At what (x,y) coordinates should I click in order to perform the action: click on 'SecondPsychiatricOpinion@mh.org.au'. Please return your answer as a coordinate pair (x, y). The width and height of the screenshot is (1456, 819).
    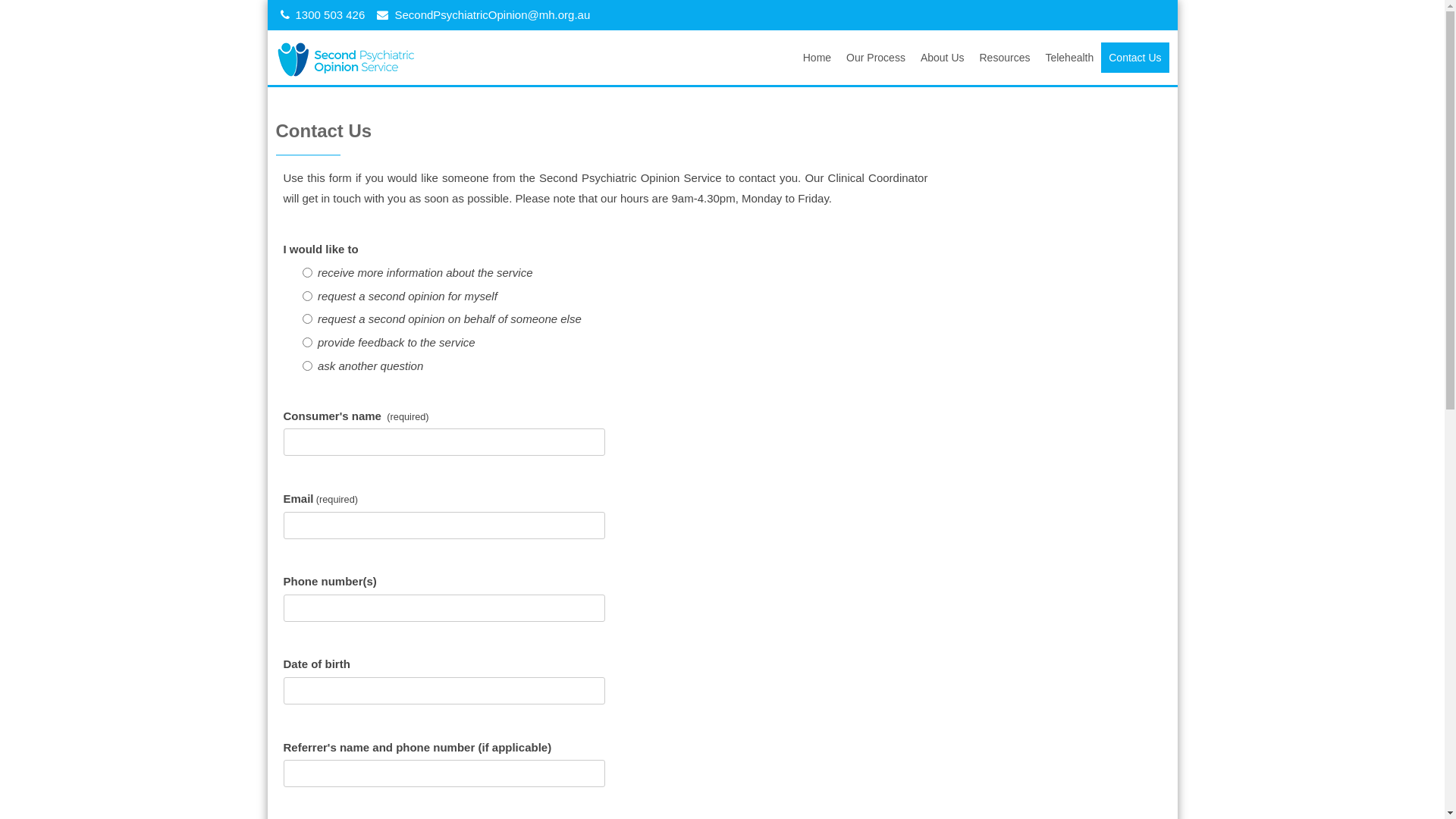
    Looking at the image, I should click on (491, 14).